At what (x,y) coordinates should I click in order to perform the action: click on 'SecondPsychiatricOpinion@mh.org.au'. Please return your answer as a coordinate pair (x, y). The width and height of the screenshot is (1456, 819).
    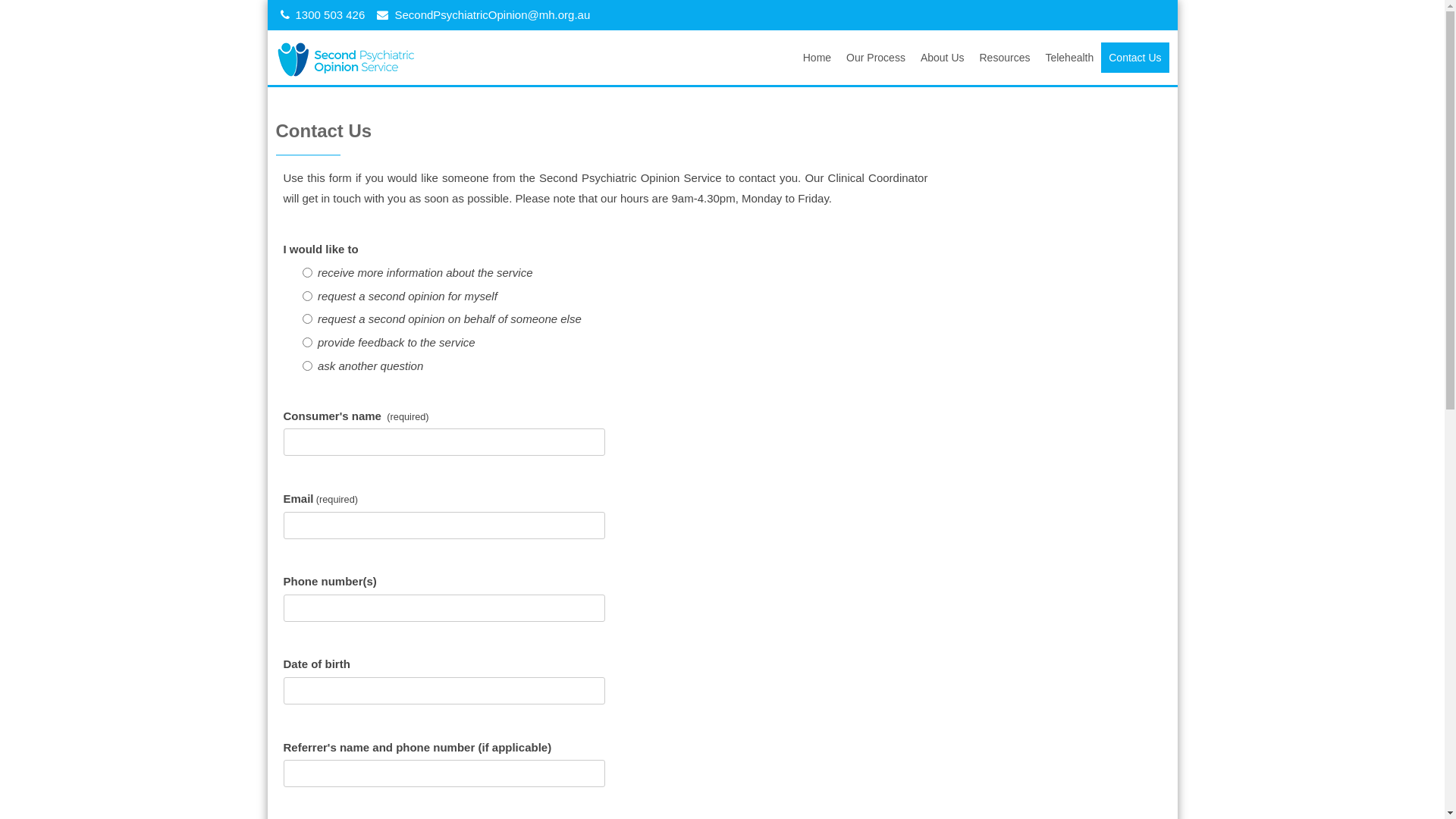
    Looking at the image, I should click on (491, 14).